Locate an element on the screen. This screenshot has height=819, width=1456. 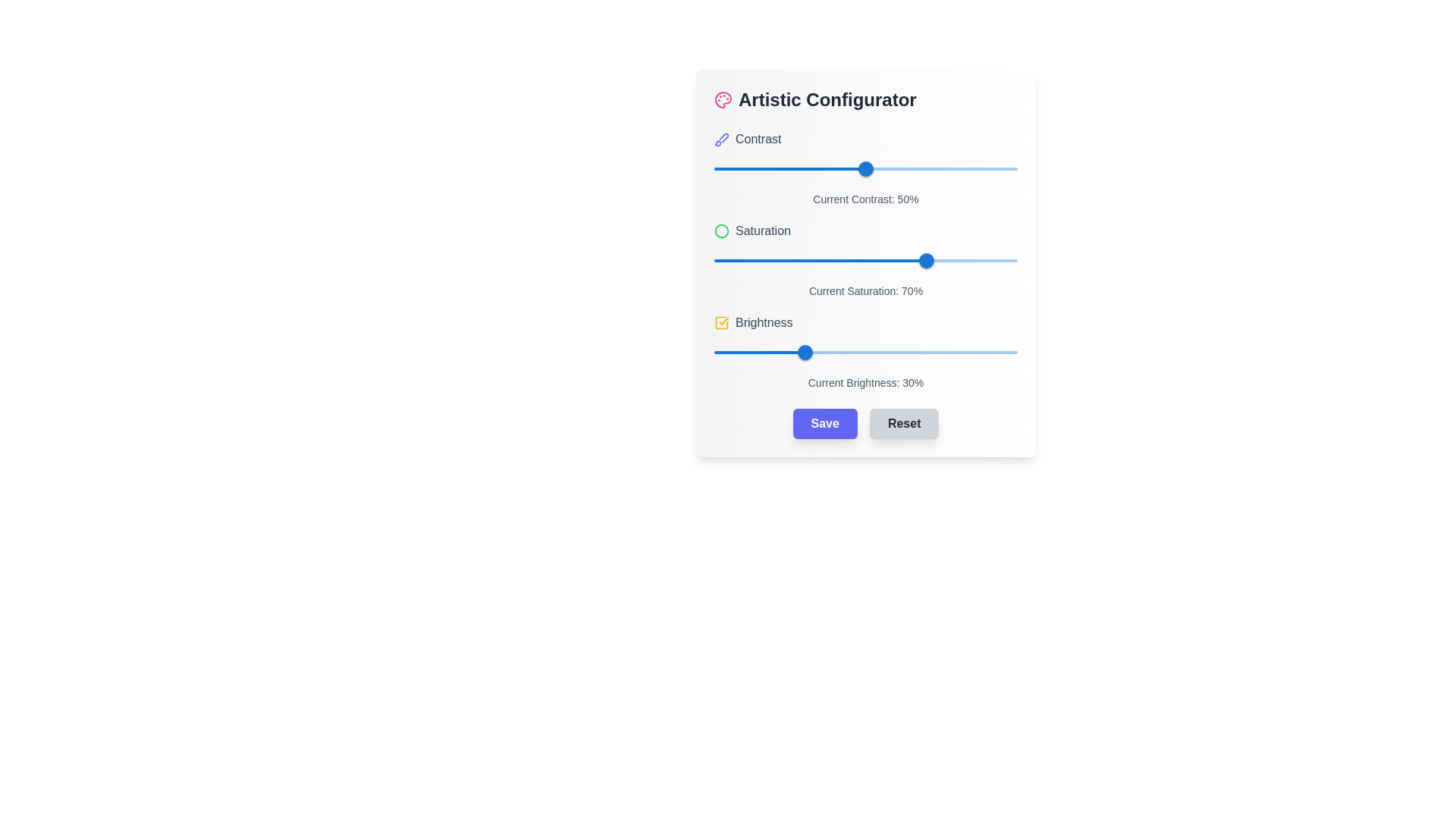
the circular blue slider thumb marked with '50' in the 'Contrast' configuration section for interaction details is located at coordinates (866, 169).